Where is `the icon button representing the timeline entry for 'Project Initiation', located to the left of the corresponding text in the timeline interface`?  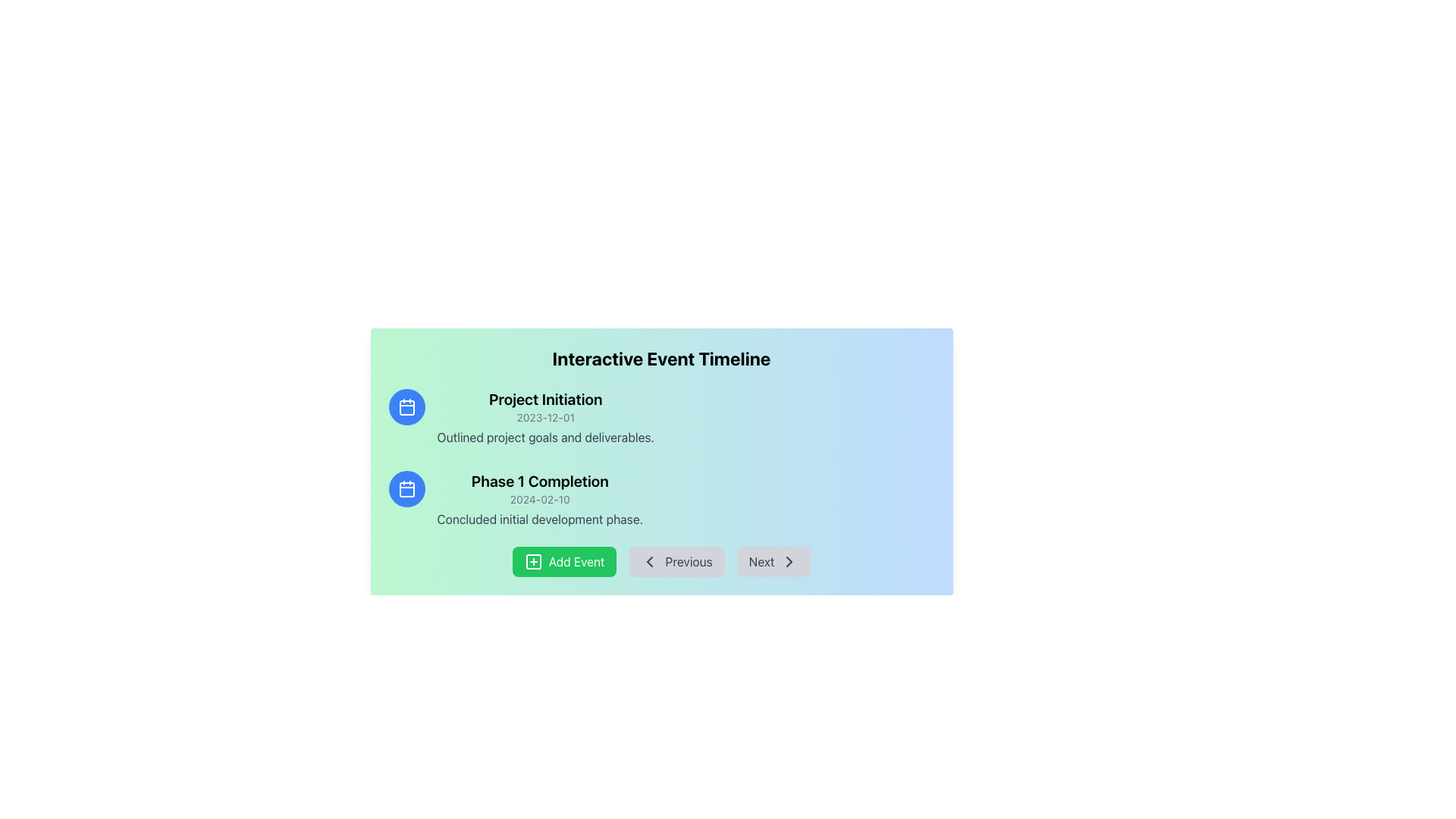 the icon button representing the timeline entry for 'Project Initiation', located to the left of the corresponding text in the timeline interface is located at coordinates (406, 406).